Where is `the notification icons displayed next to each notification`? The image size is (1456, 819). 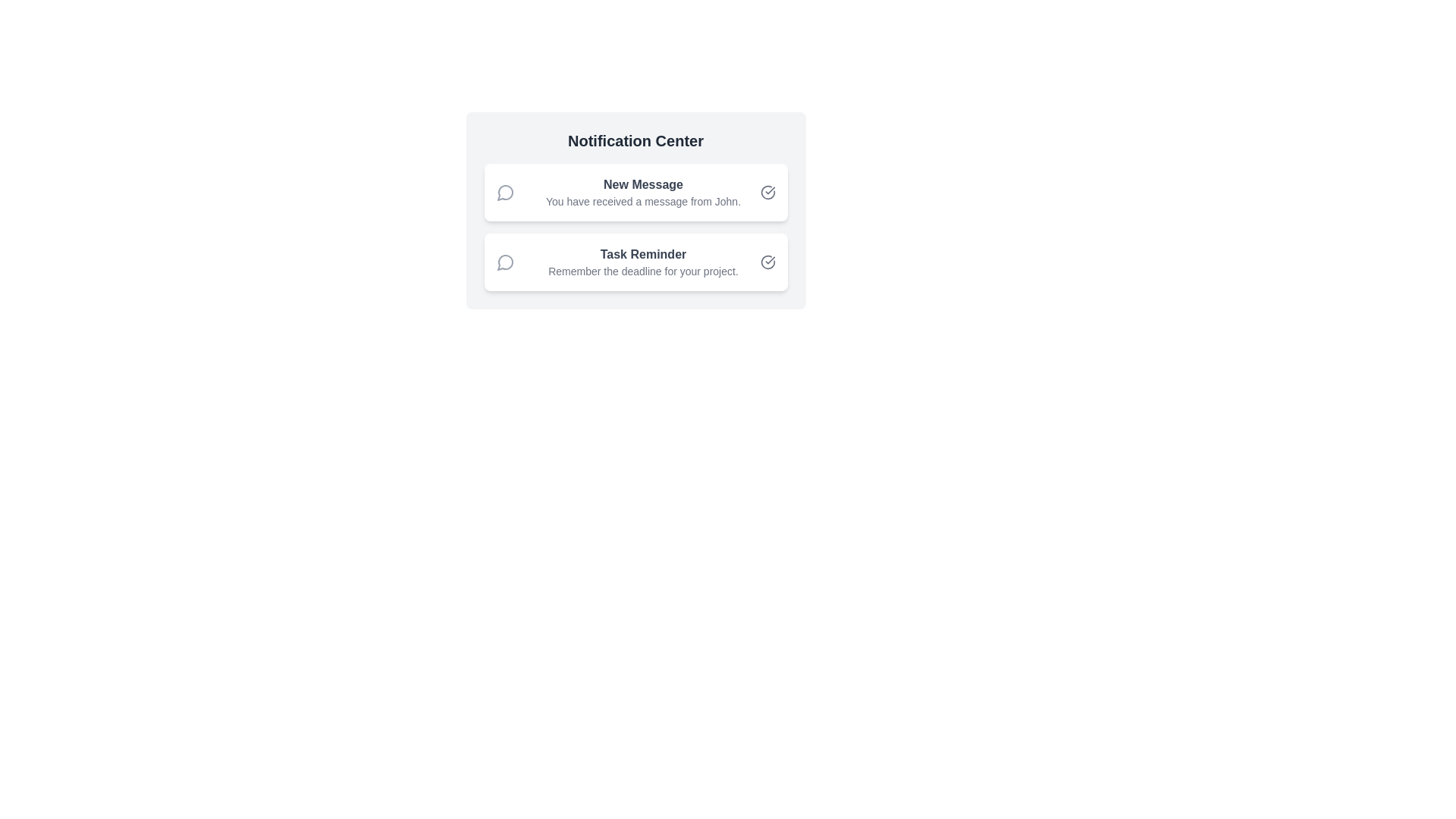
the notification icons displayed next to each notification is located at coordinates (505, 192).